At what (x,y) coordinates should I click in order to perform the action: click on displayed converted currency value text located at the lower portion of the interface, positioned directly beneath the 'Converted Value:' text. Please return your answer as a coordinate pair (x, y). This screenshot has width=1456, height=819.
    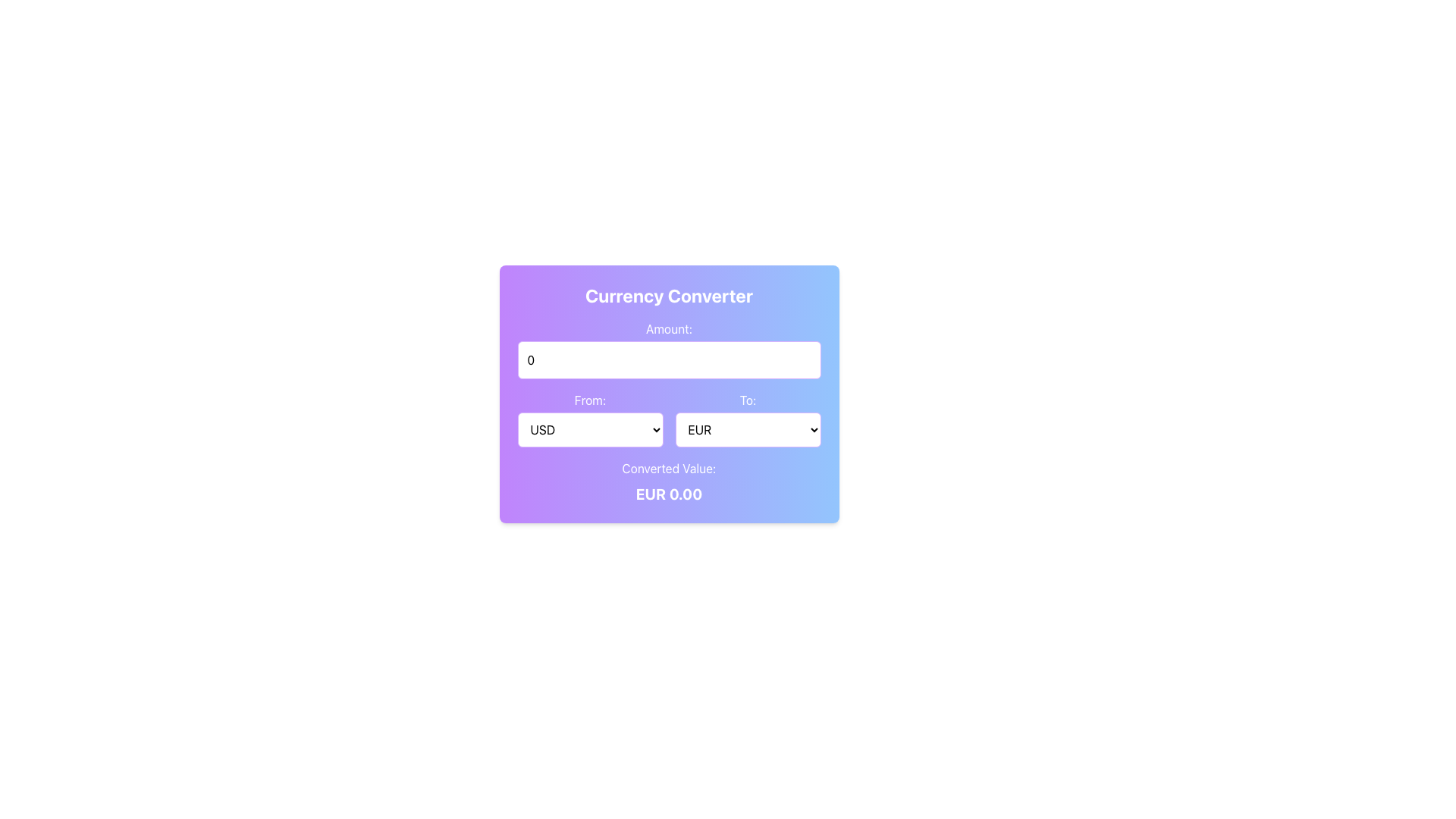
    Looking at the image, I should click on (668, 494).